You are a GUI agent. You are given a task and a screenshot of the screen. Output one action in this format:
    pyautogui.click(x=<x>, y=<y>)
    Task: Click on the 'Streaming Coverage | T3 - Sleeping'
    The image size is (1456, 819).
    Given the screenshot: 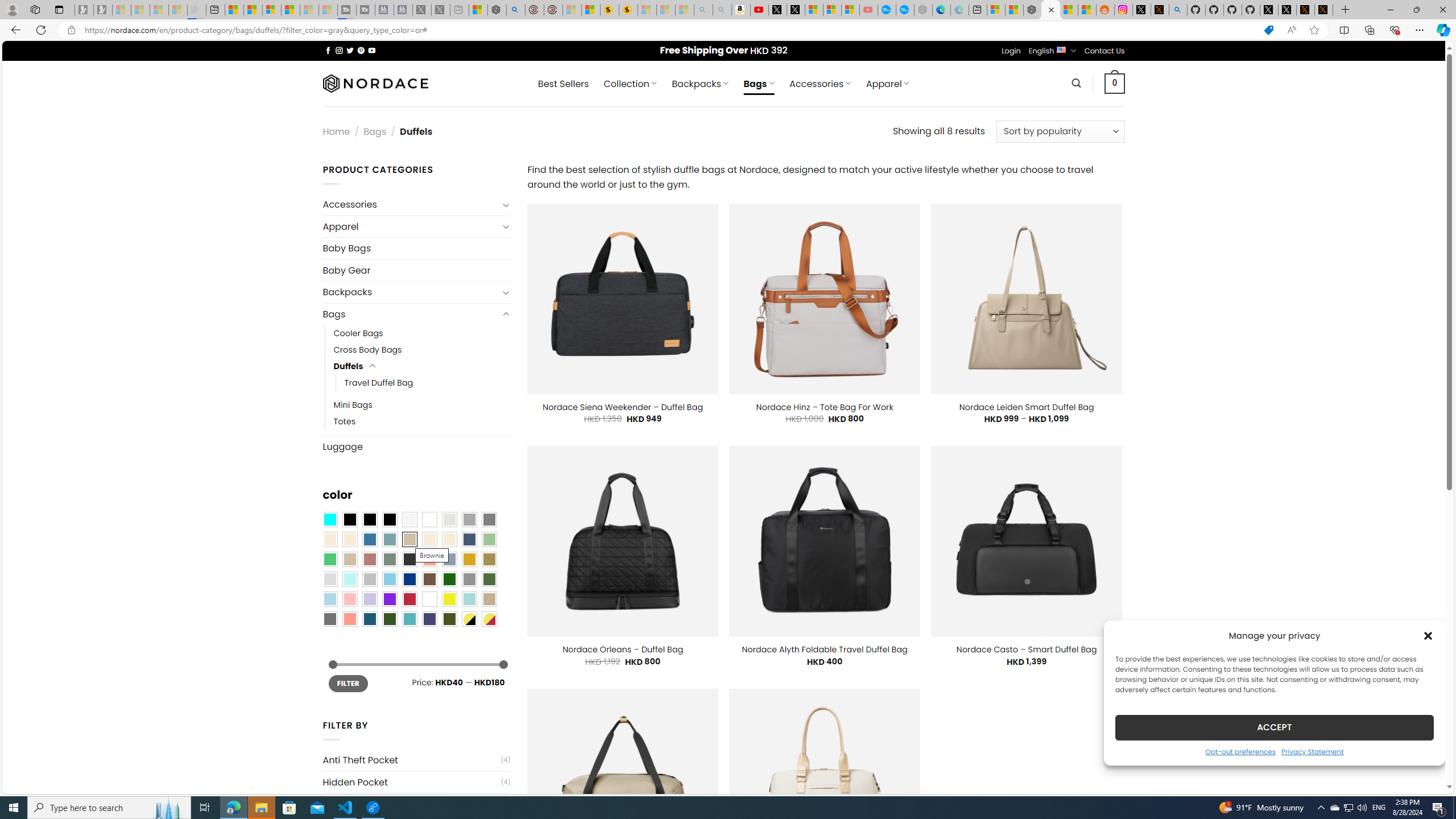 What is the action you would take?
    pyautogui.click(x=347, y=9)
    